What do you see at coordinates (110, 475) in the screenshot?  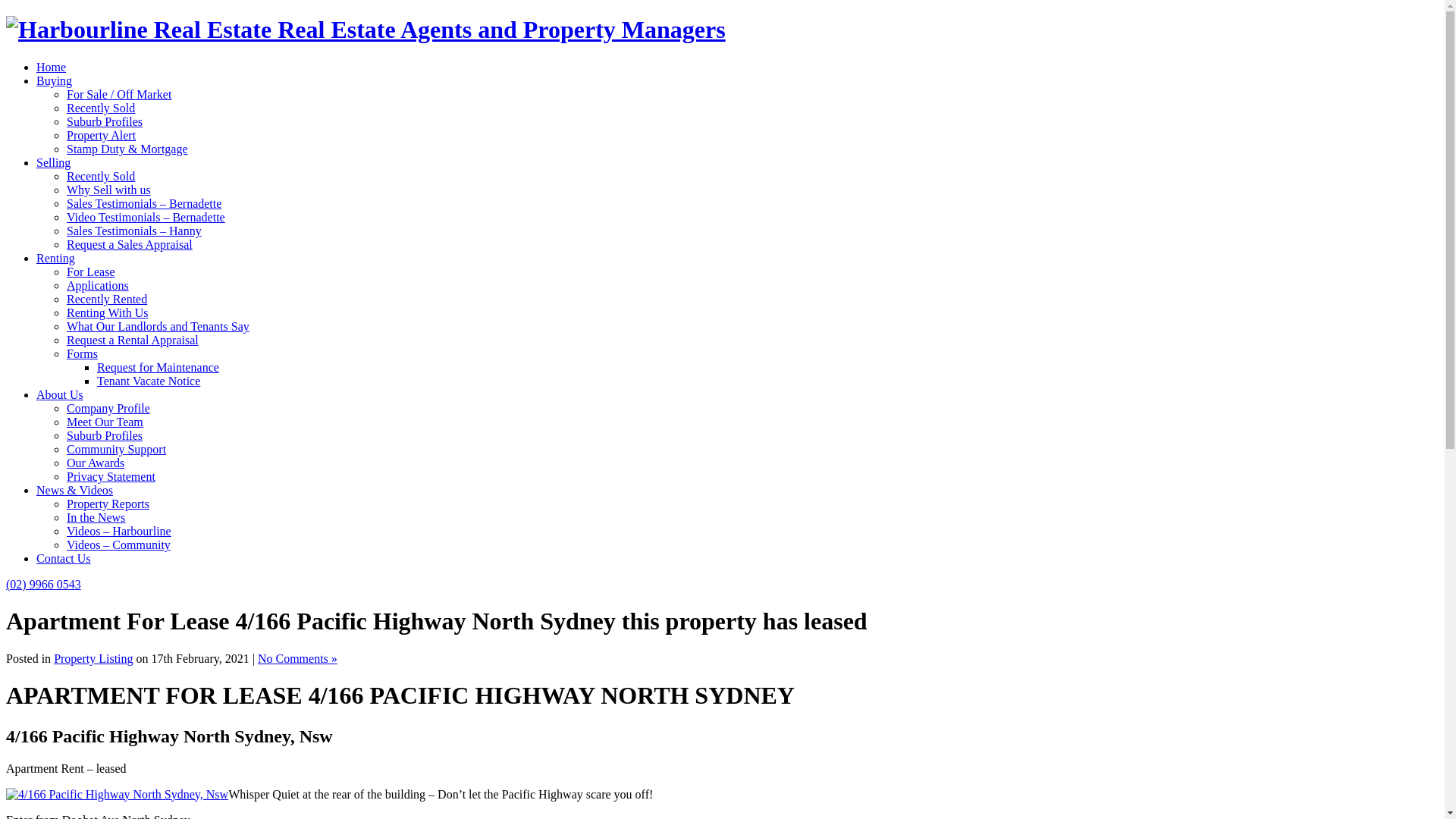 I see `'Privacy Statement'` at bounding box center [110, 475].